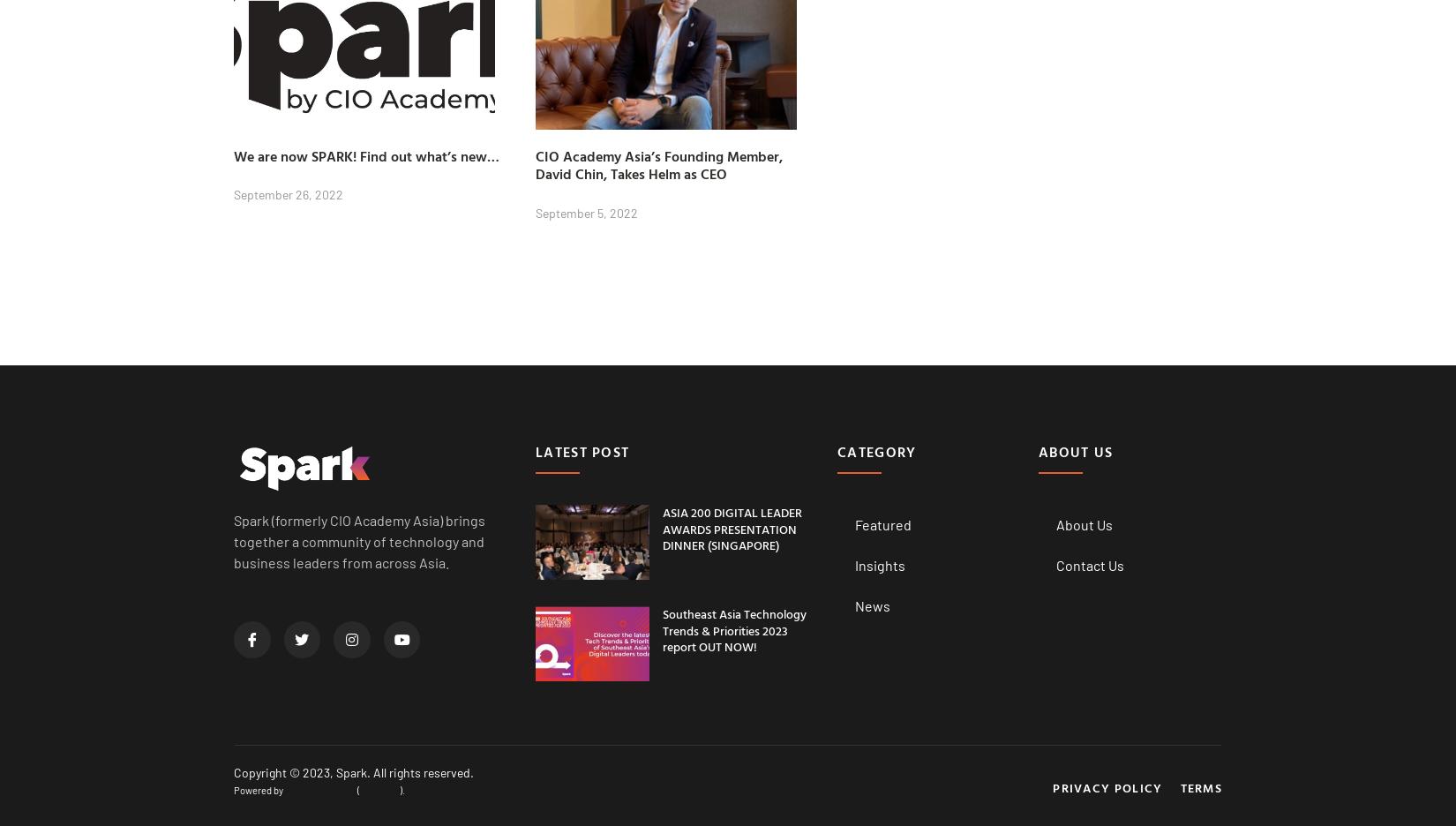 The image size is (1456, 826). Describe the element at coordinates (365, 154) in the screenshot. I see `'We are now SPARK! Find out what’s new…'` at that location.